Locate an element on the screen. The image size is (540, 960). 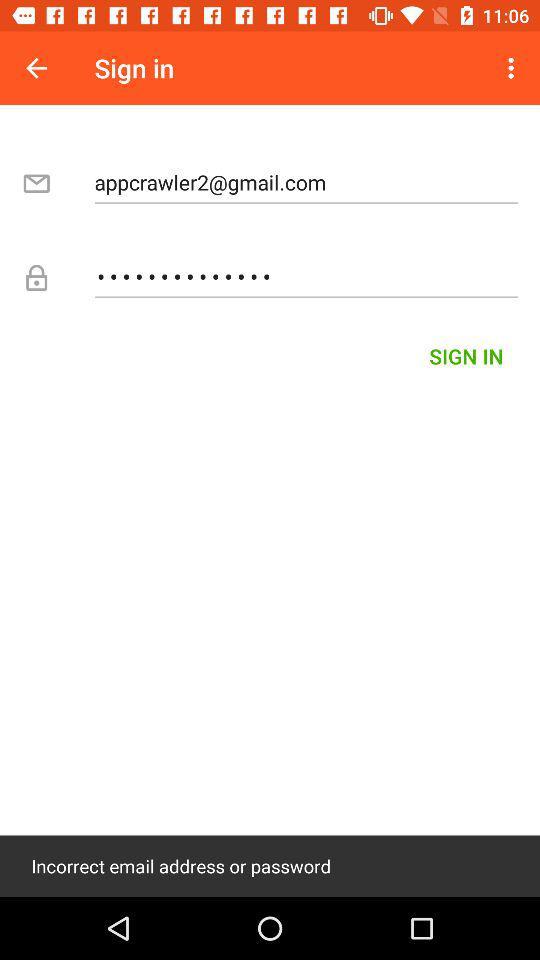
the icon below the sign in is located at coordinates (306, 182).